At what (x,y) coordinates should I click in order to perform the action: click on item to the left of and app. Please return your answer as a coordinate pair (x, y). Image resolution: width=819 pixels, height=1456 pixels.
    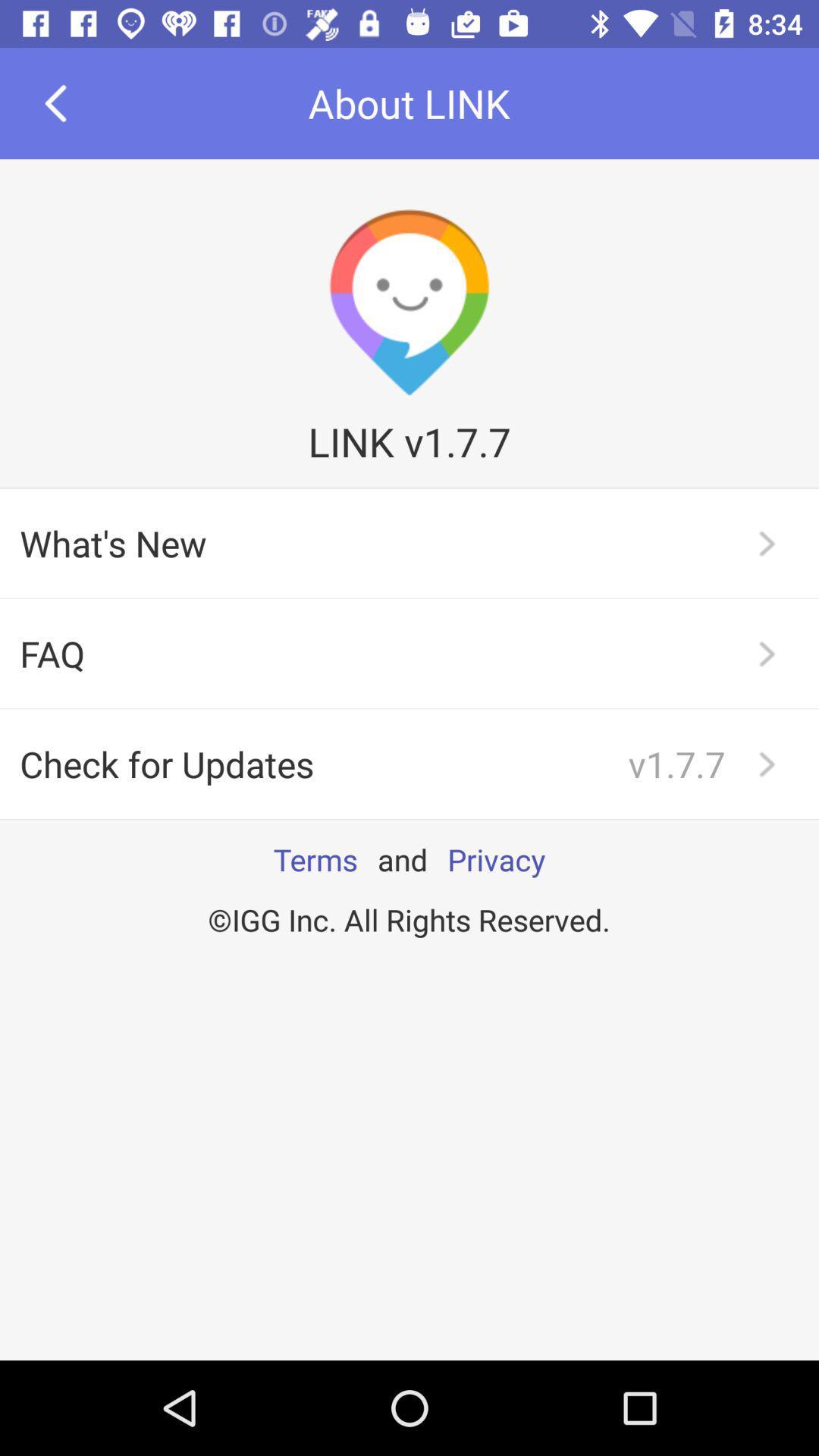
    Looking at the image, I should click on (315, 859).